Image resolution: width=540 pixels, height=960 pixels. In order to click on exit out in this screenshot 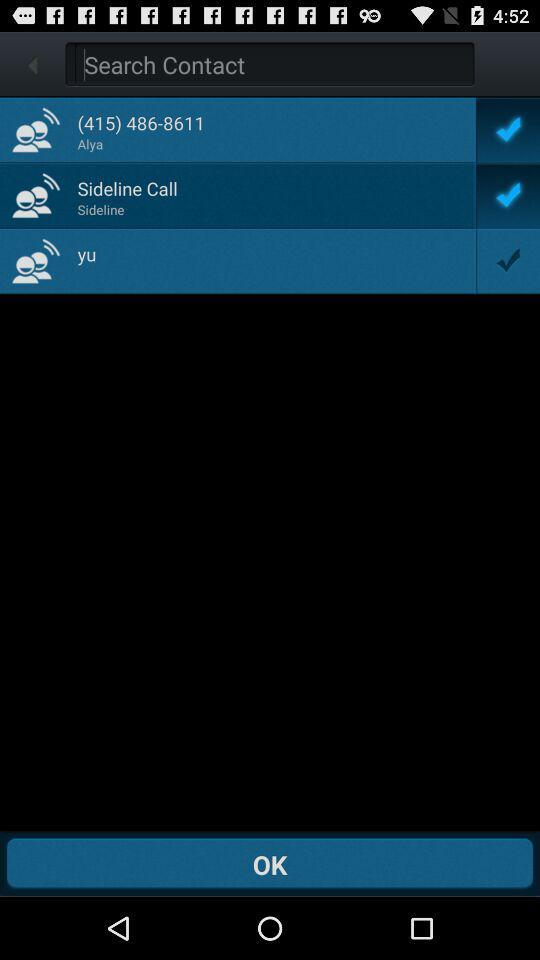, I will do `click(31, 64)`.